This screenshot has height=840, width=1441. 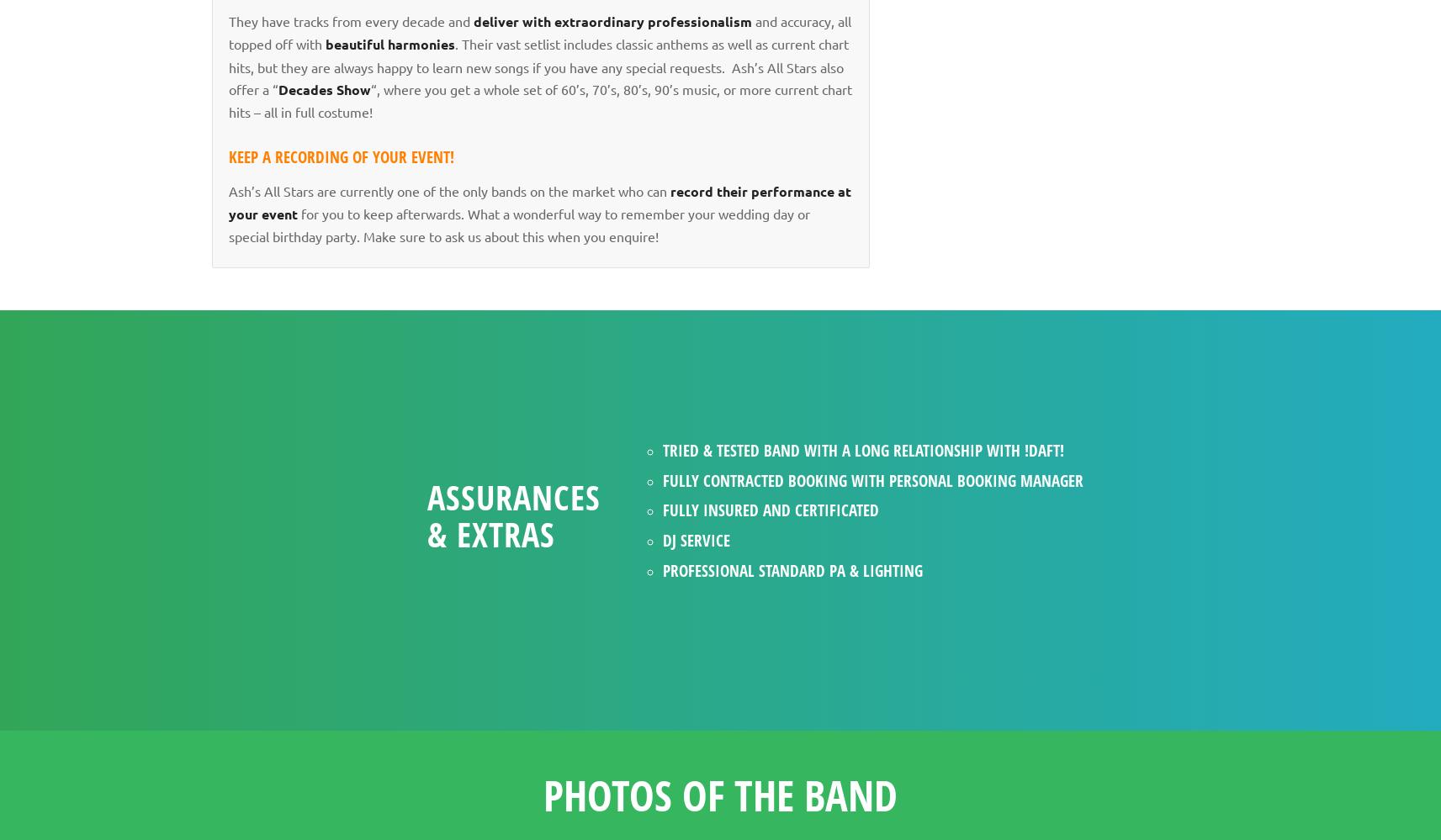 I want to click on 'Ash’s All Stars are currently one of the only bands on the market who can', so click(x=227, y=189).